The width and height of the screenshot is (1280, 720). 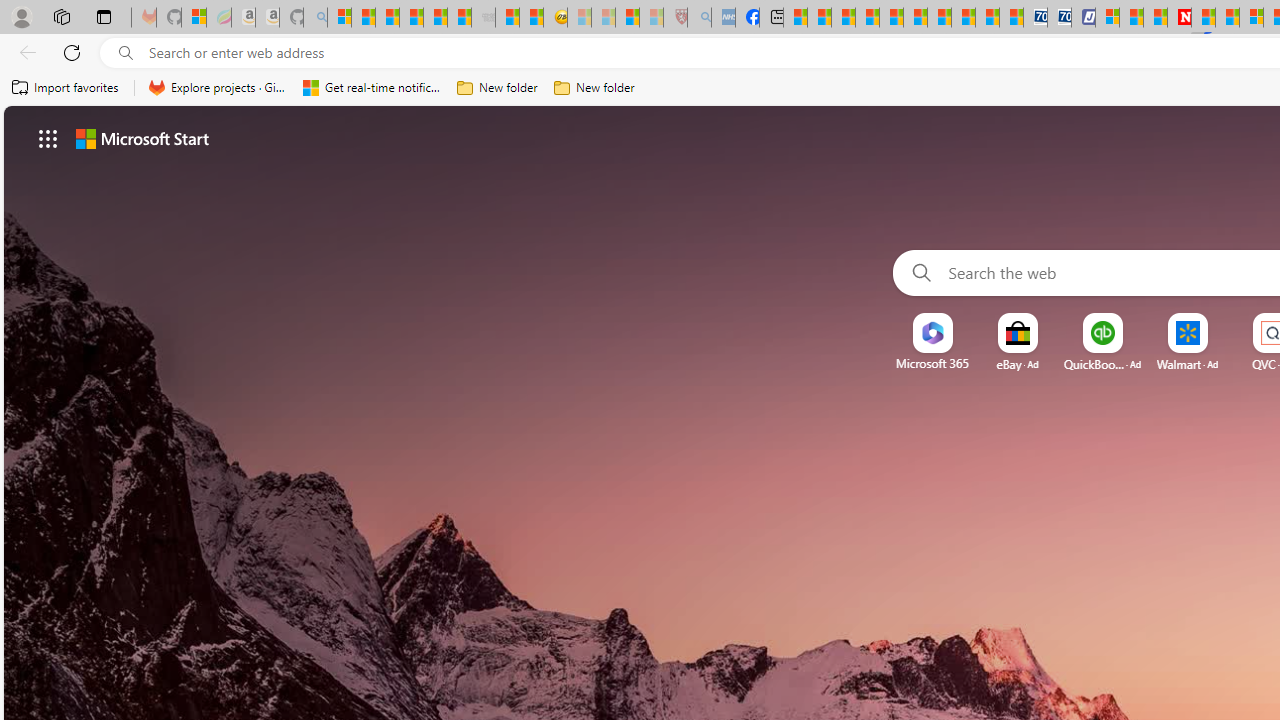 What do you see at coordinates (1202, 17) in the screenshot?
I see `'Trusted Community Engagement and Contributions | Guidelines'` at bounding box center [1202, 17].